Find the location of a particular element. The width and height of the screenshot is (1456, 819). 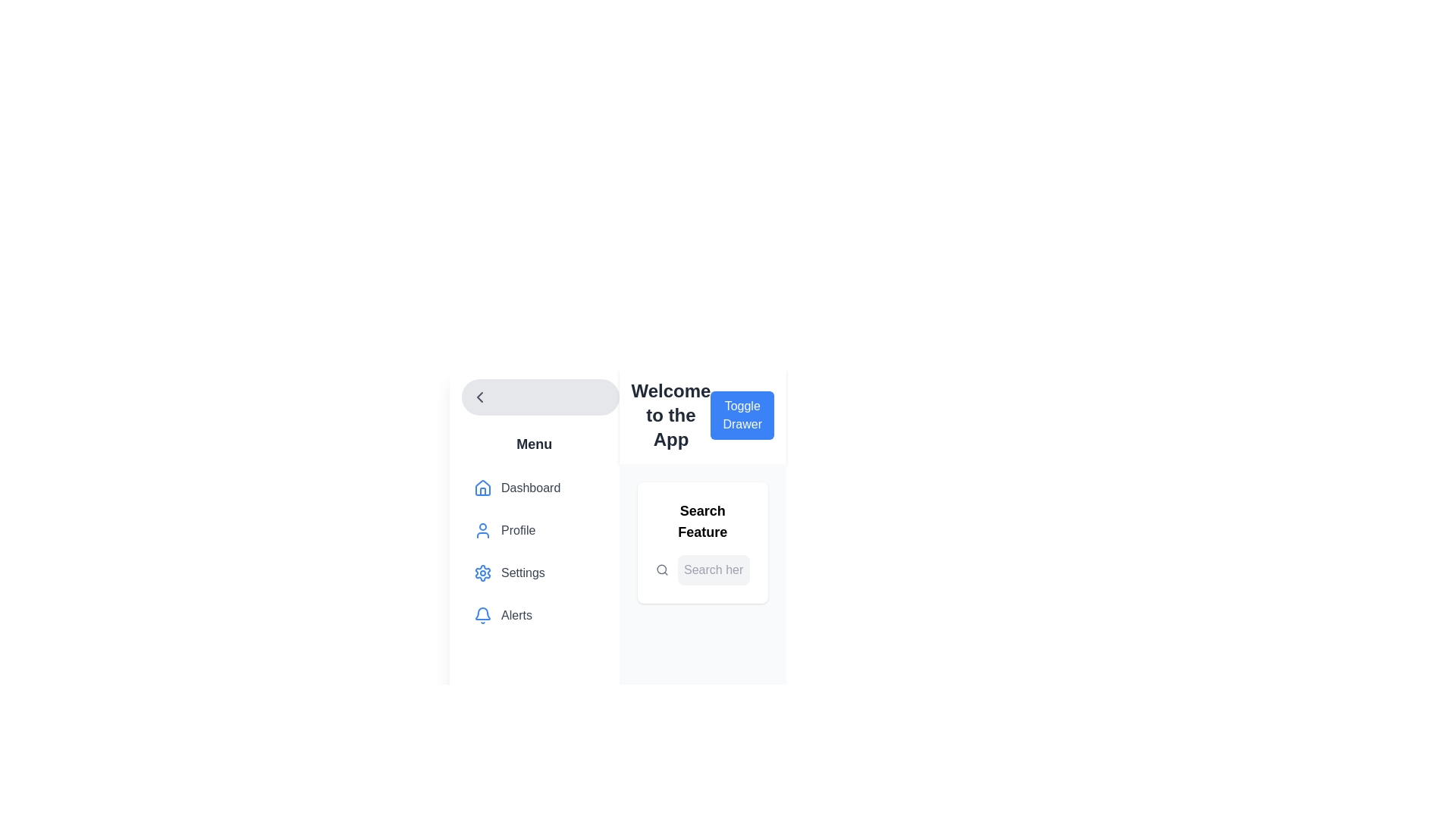

the Text header that labels the 'Search Feature' section, which is positioned above the input field and near the 'Welcome to the App' header is located at coordinates (701, 520).